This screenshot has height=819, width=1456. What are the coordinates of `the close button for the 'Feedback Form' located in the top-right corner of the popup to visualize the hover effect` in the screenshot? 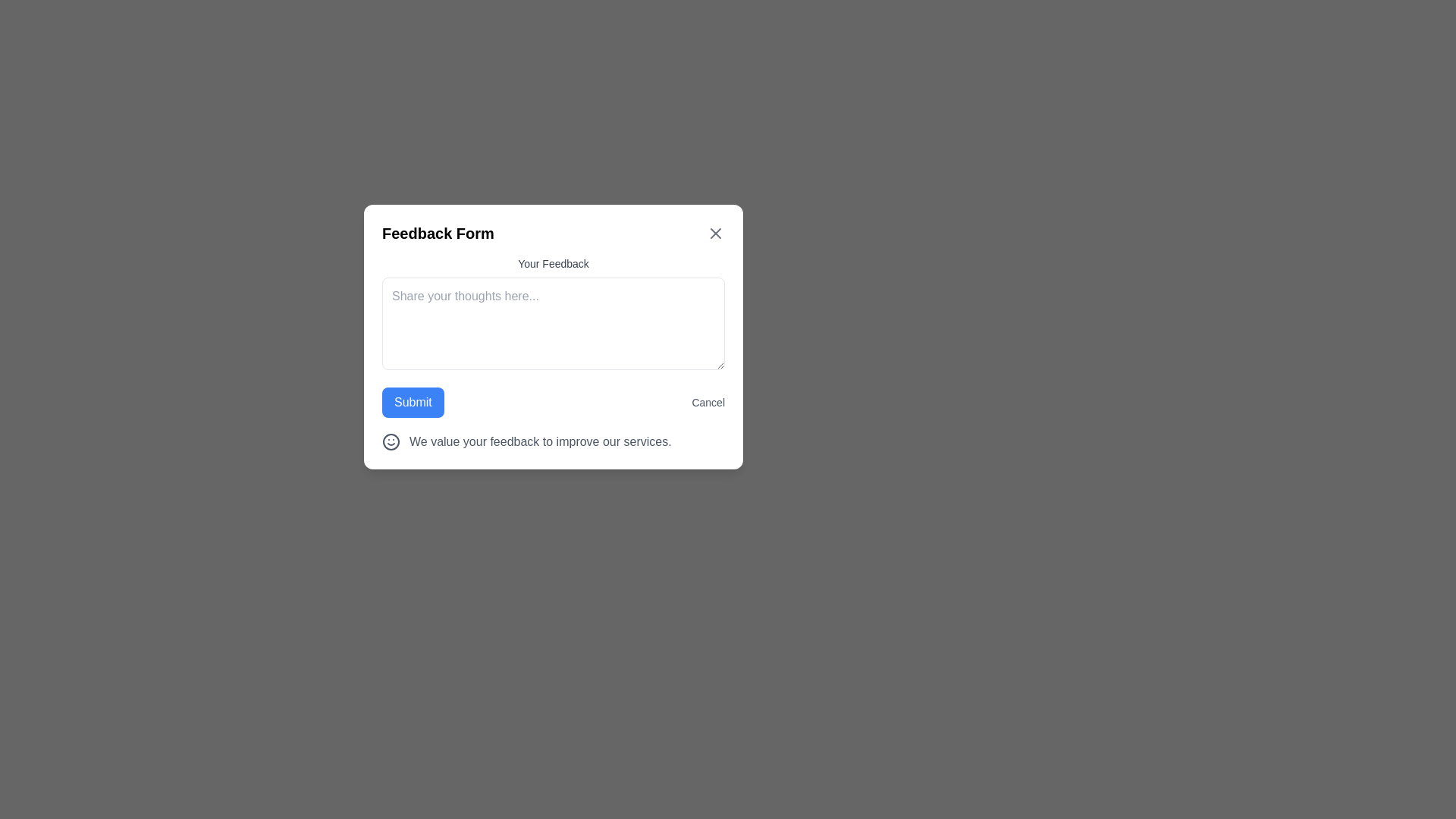 It's located at (715, 234).